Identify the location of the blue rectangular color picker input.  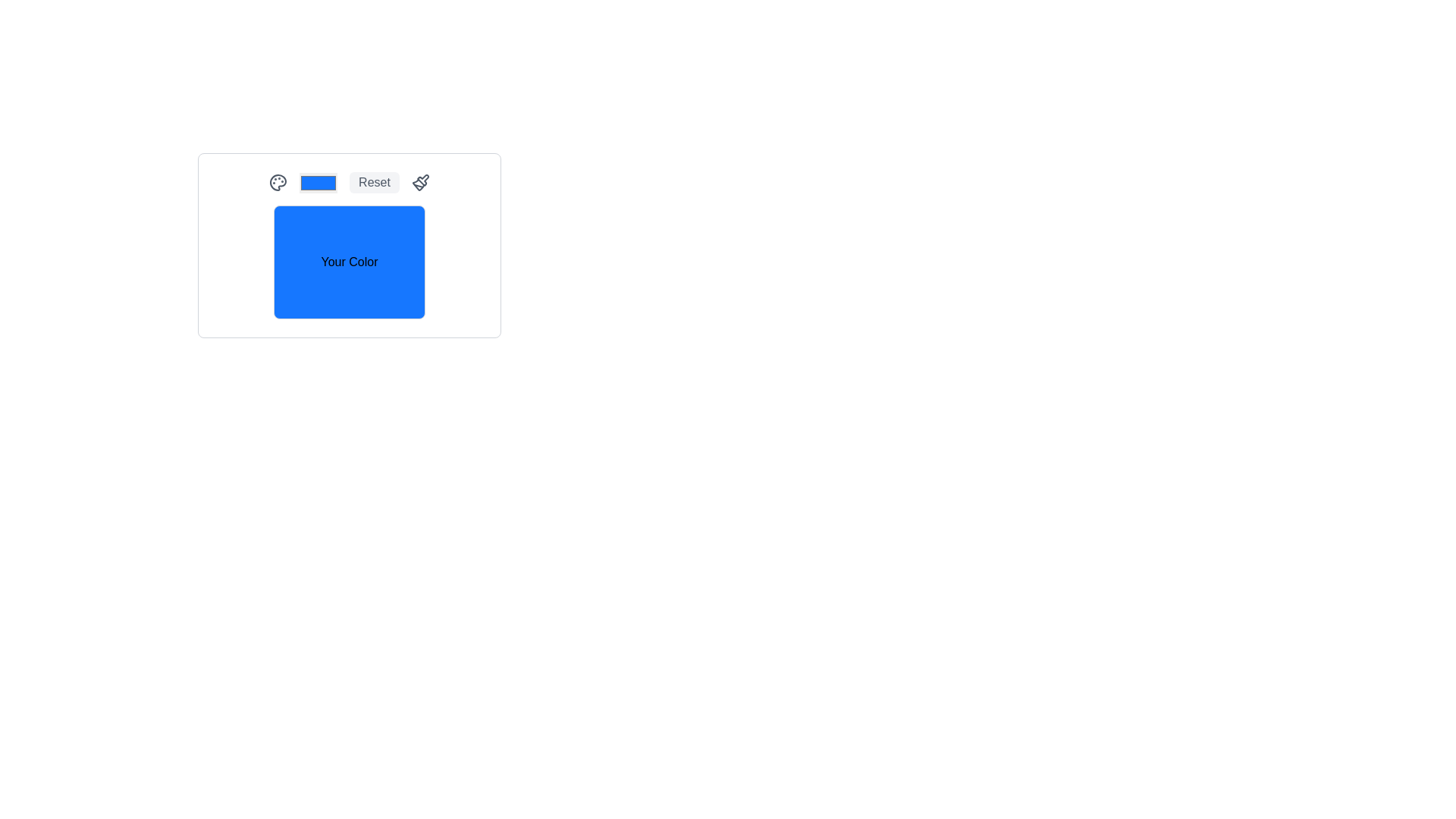
(318, 181).